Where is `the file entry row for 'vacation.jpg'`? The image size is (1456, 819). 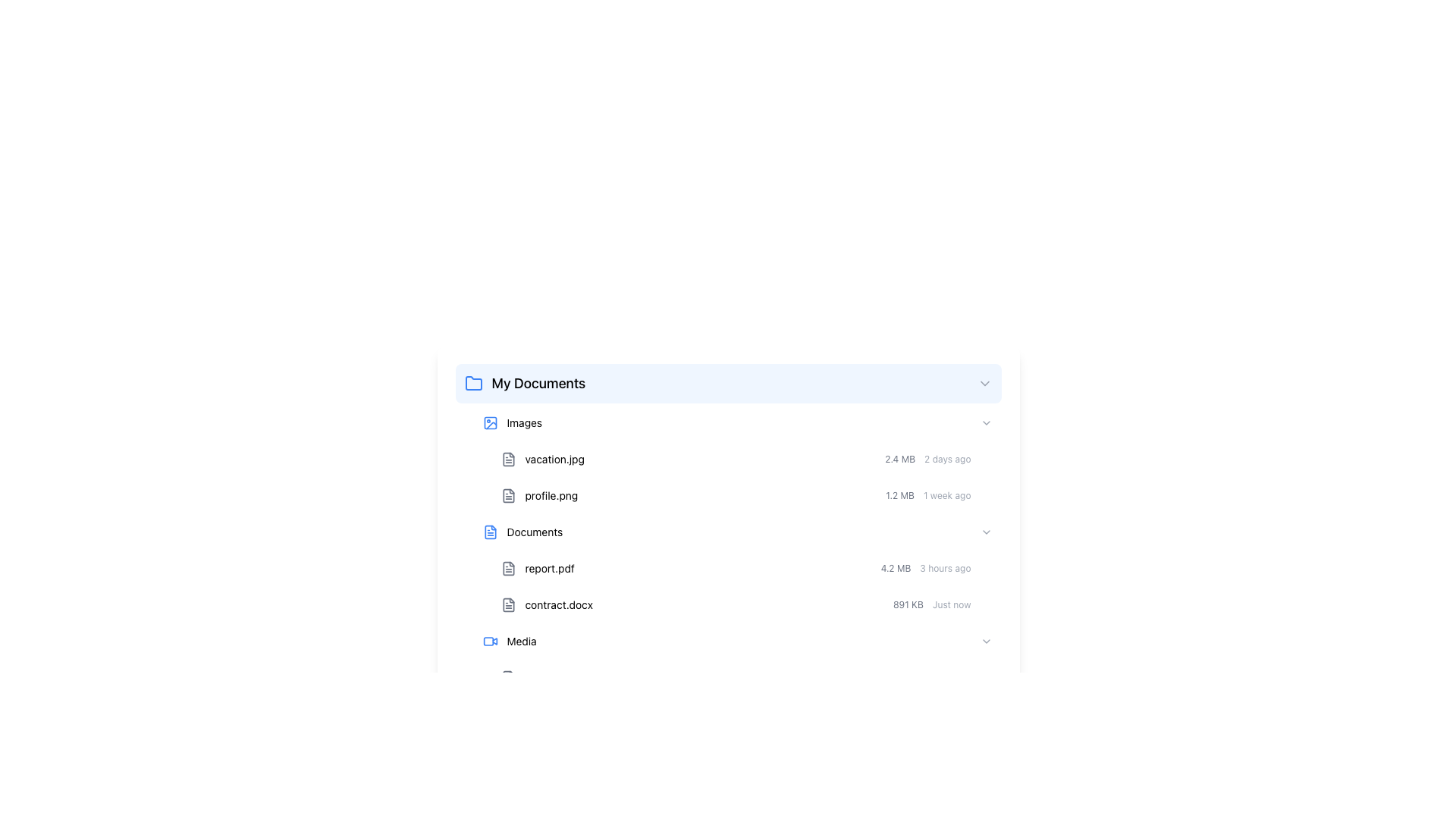 the file entry row for 'vacation.jpg' is located at coordinates (746, 458).